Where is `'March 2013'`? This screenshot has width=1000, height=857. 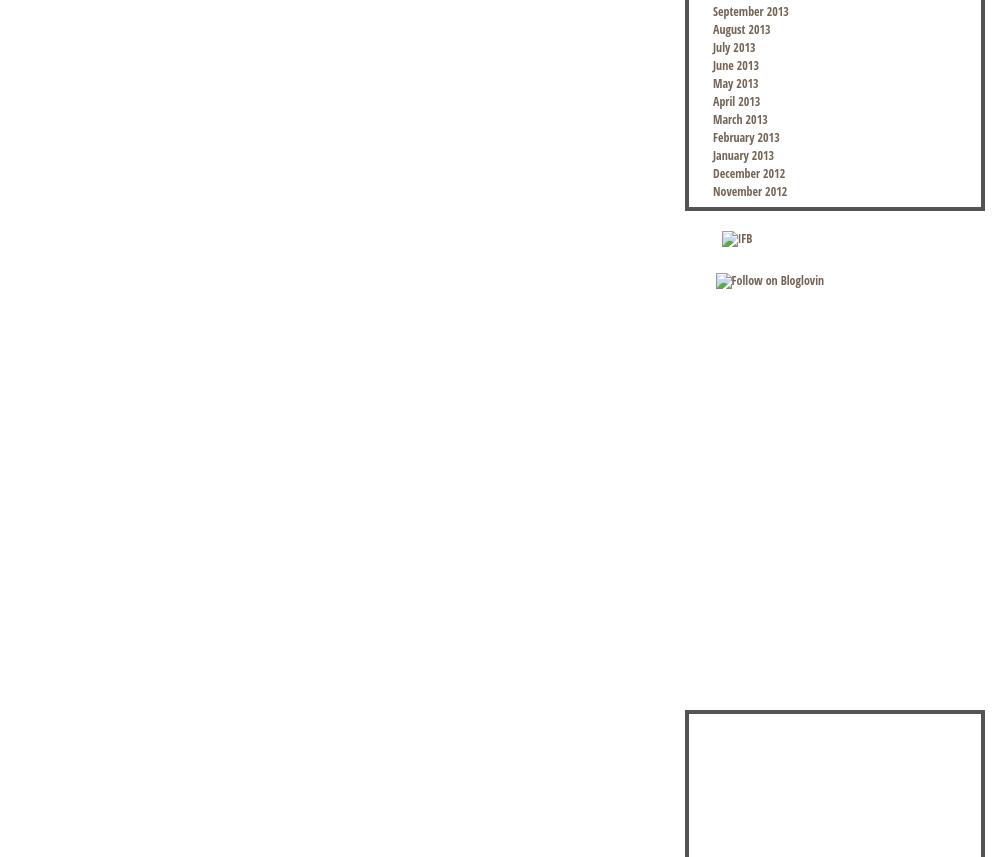 'March 2013' is located at coordinates (739, 118).